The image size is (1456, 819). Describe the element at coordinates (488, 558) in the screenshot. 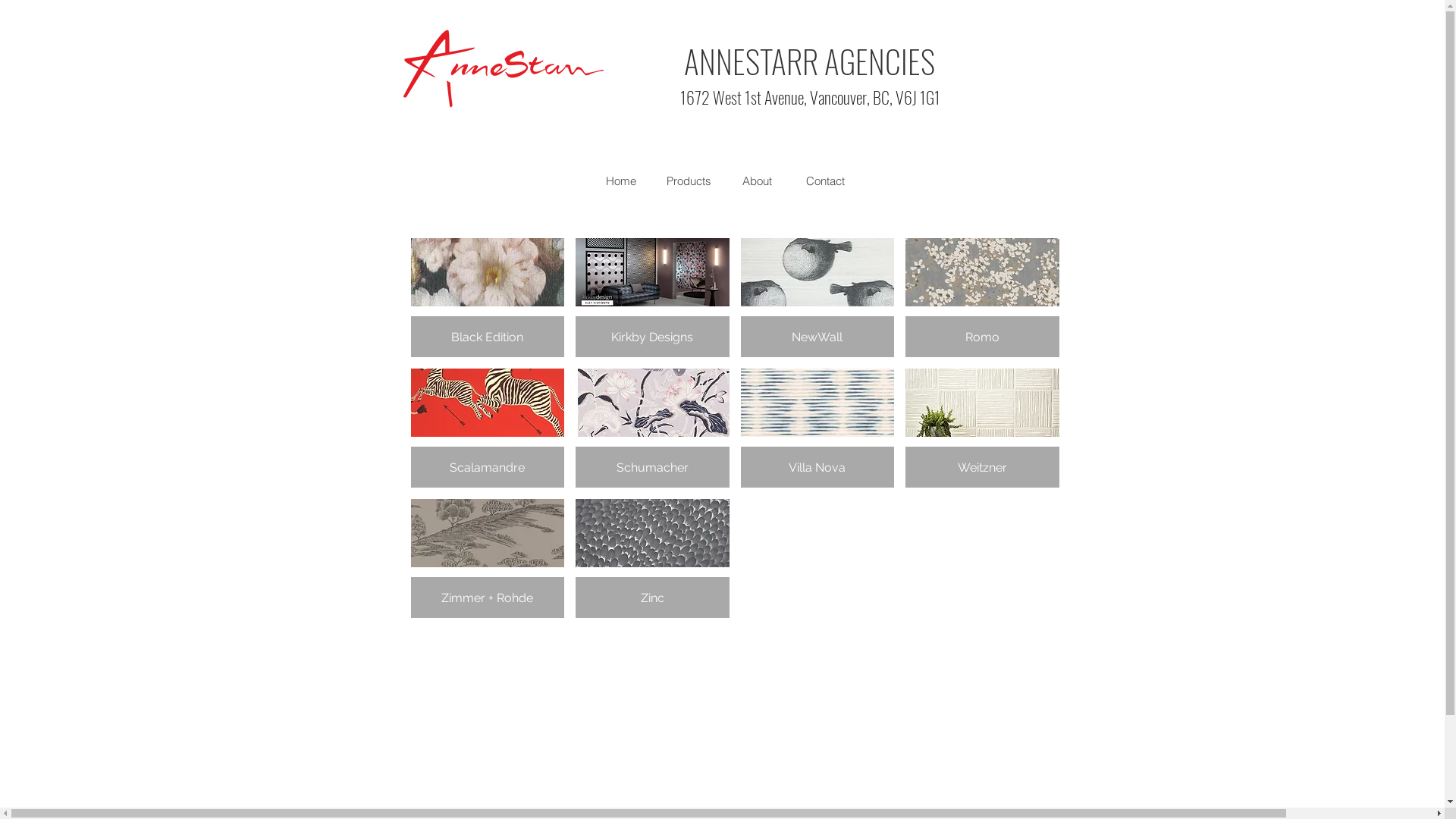

I see `'Zimmer + Rohde'` at that location.